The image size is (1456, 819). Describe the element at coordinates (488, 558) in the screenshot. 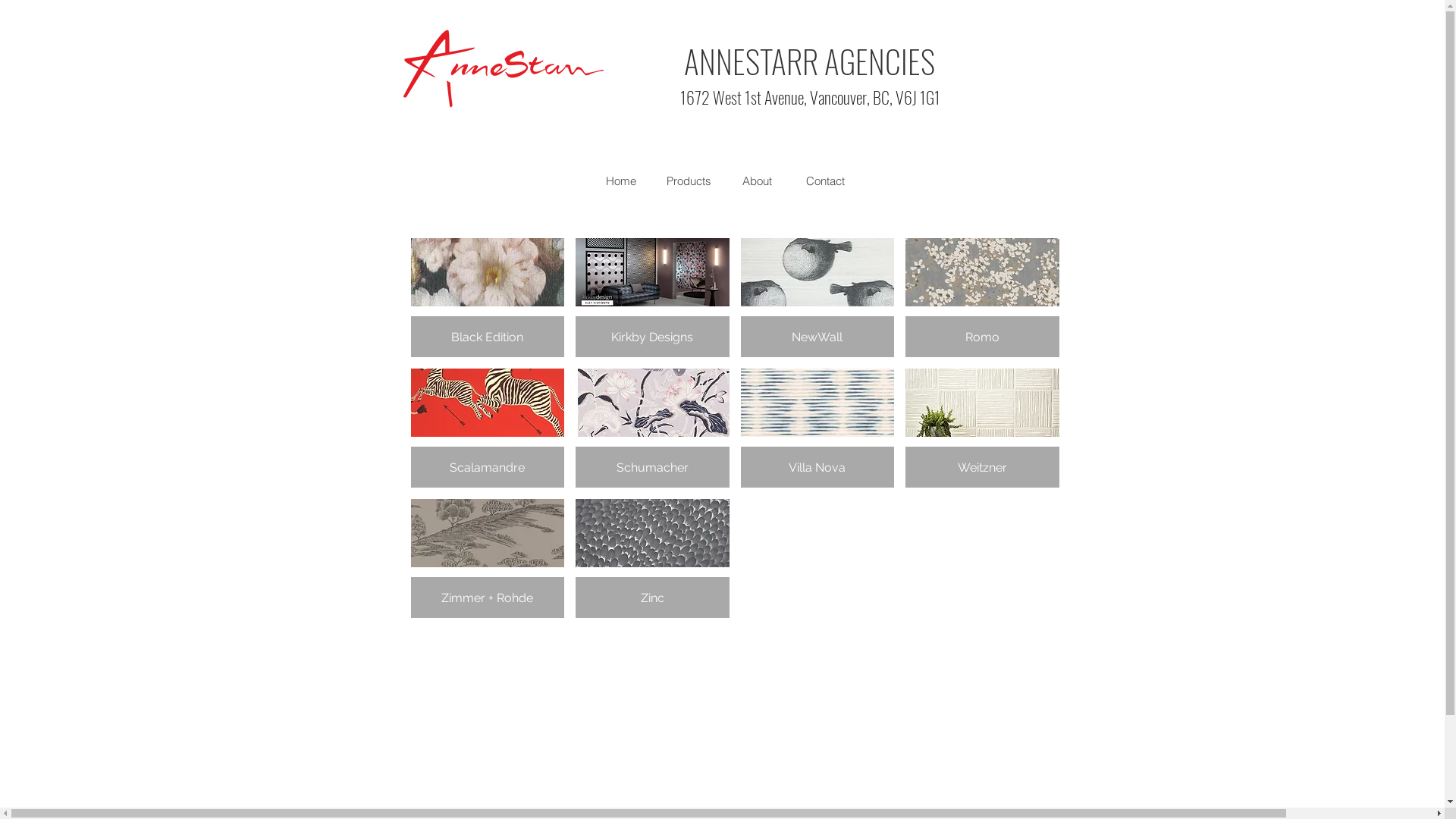

I see `'Zimmer + Rohde'` at that location.